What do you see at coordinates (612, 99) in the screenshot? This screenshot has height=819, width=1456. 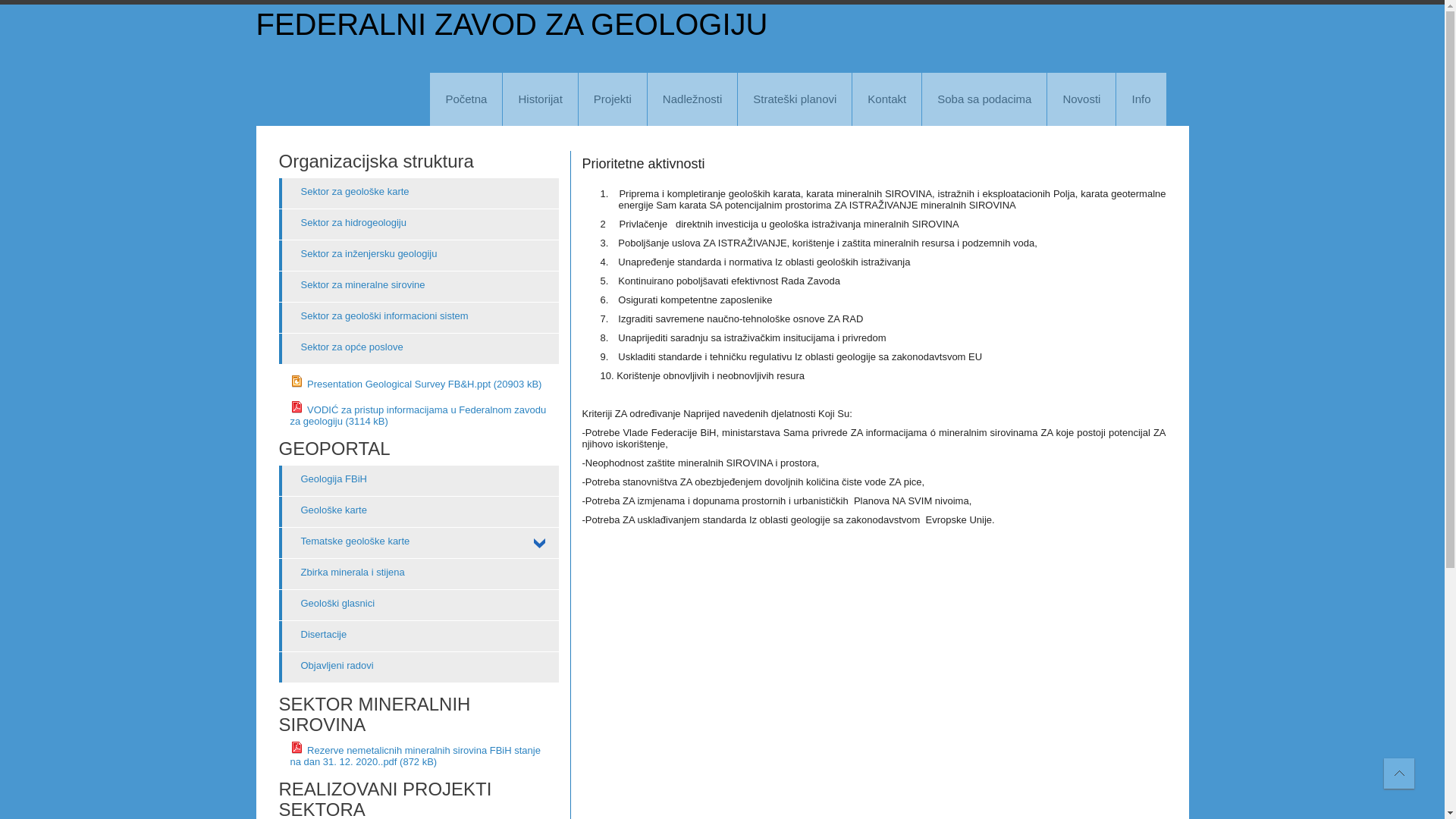 I see `'Projekti'` at bounding box center [612, 99].